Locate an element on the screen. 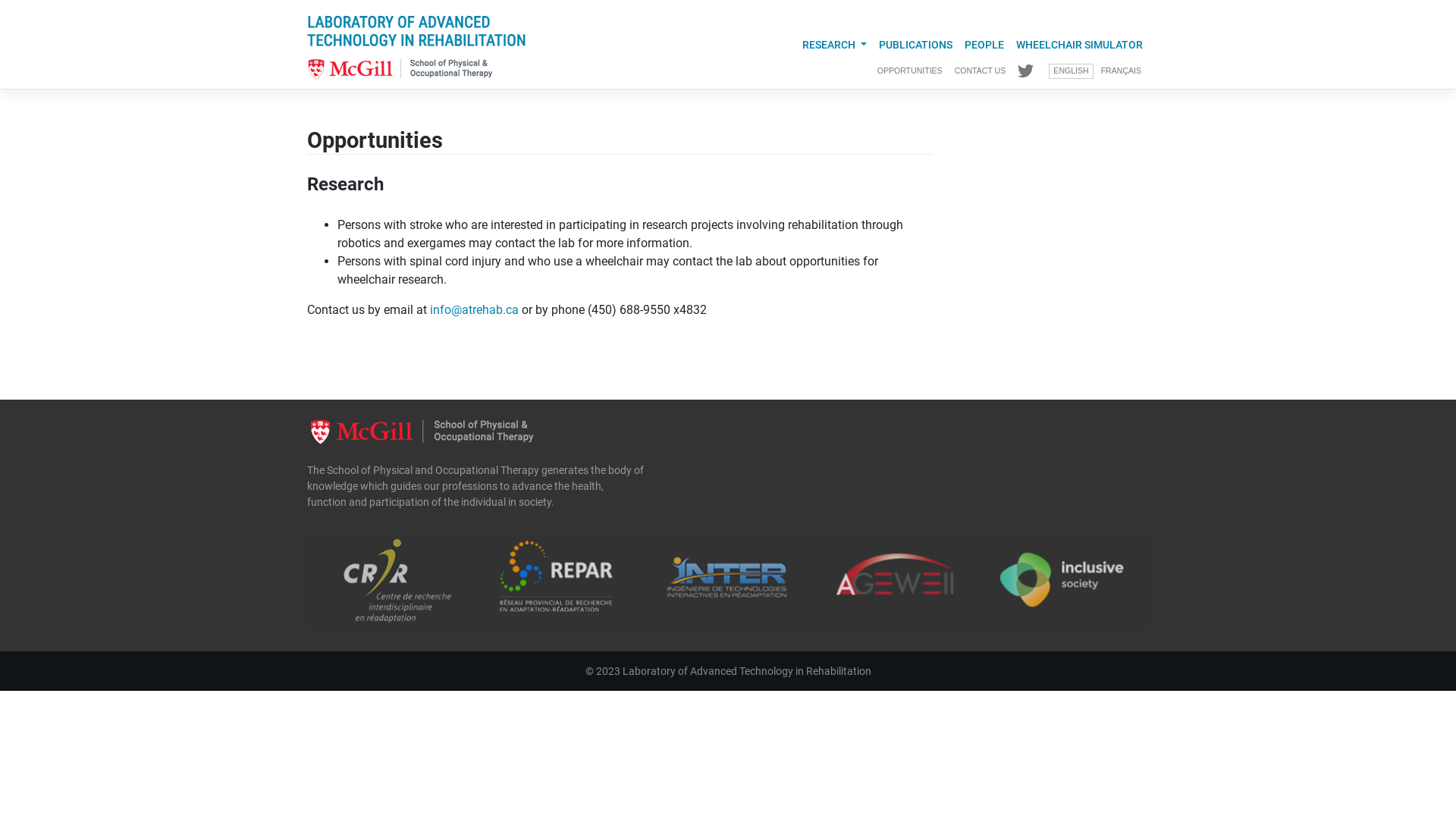  'ENGLISH' is located at coordinates (1069, 71).